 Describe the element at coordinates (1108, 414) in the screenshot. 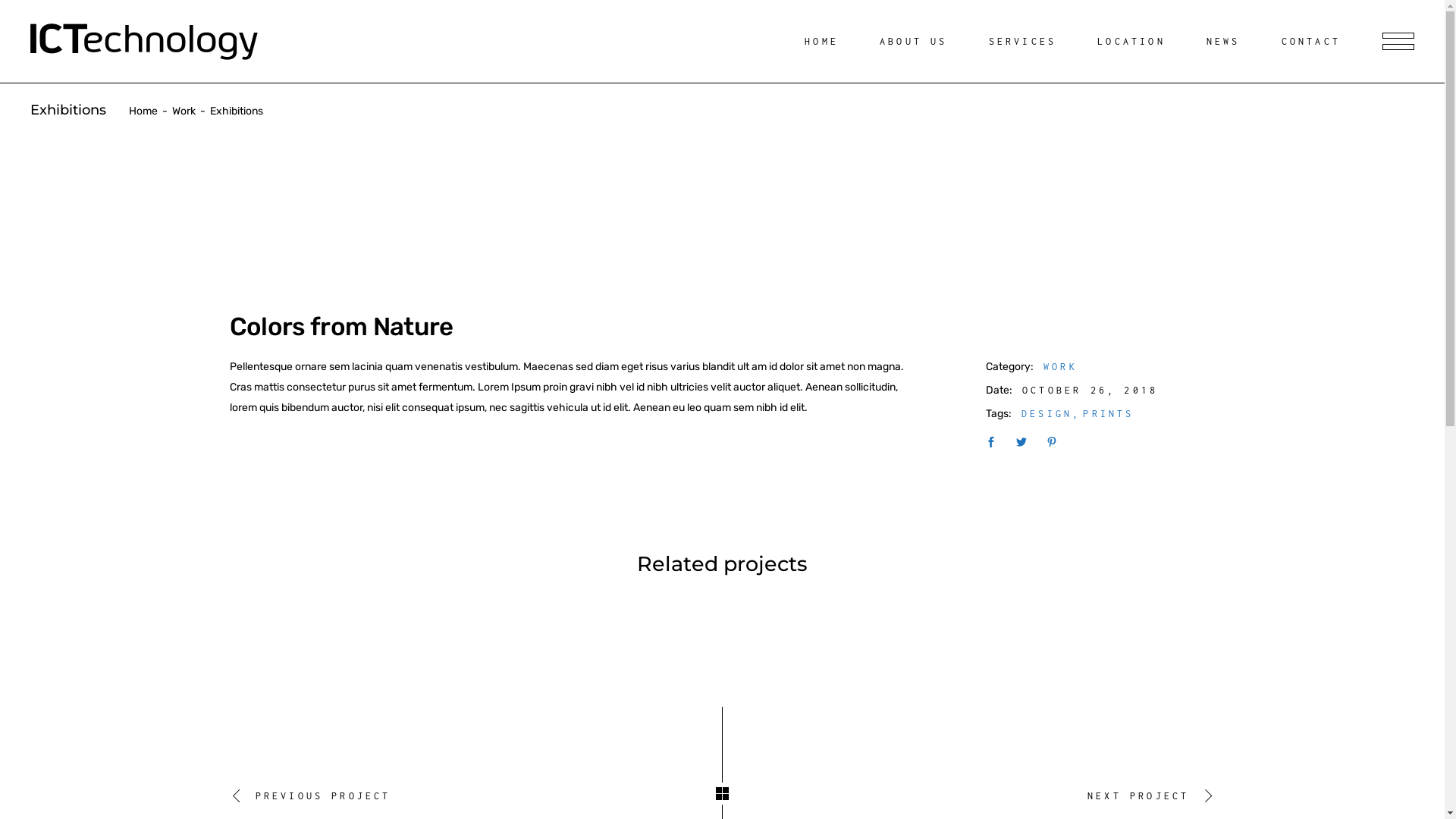

I see `'PRINTS'` at that location.